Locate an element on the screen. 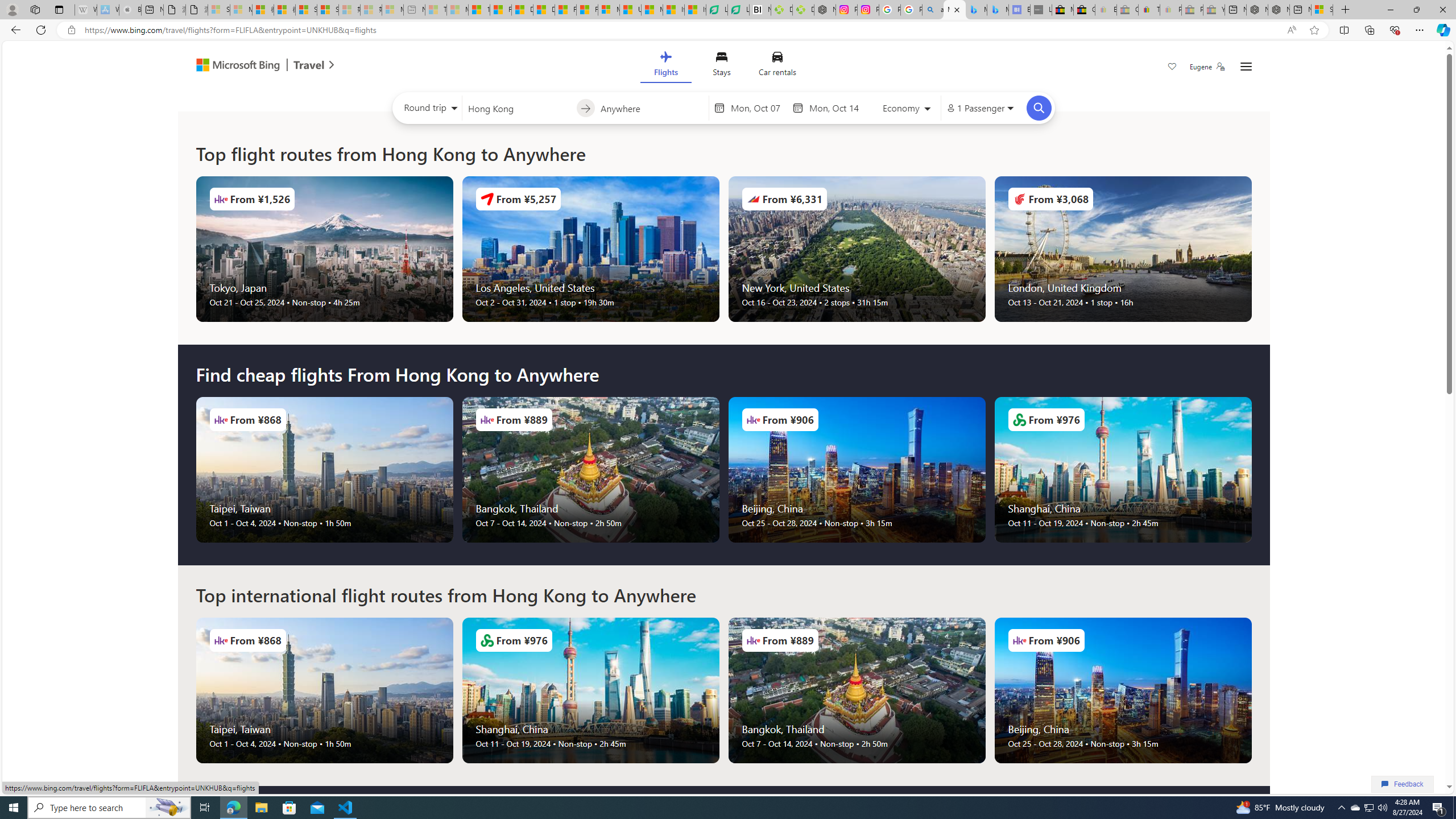  'Microsoft Bing Travel' is located at coordinates (253, 65).